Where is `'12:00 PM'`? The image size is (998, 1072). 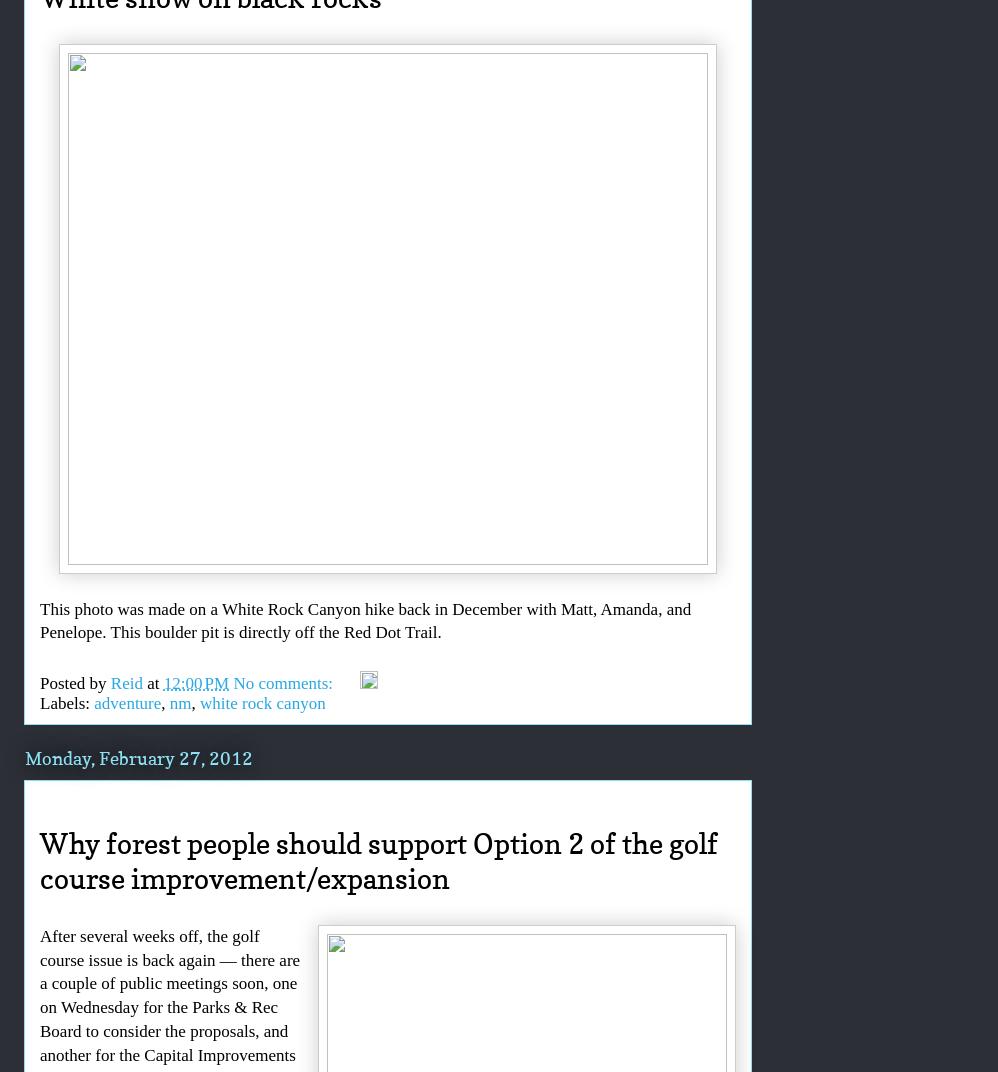
'12:00 PM' is located at coordinates (195, 681).